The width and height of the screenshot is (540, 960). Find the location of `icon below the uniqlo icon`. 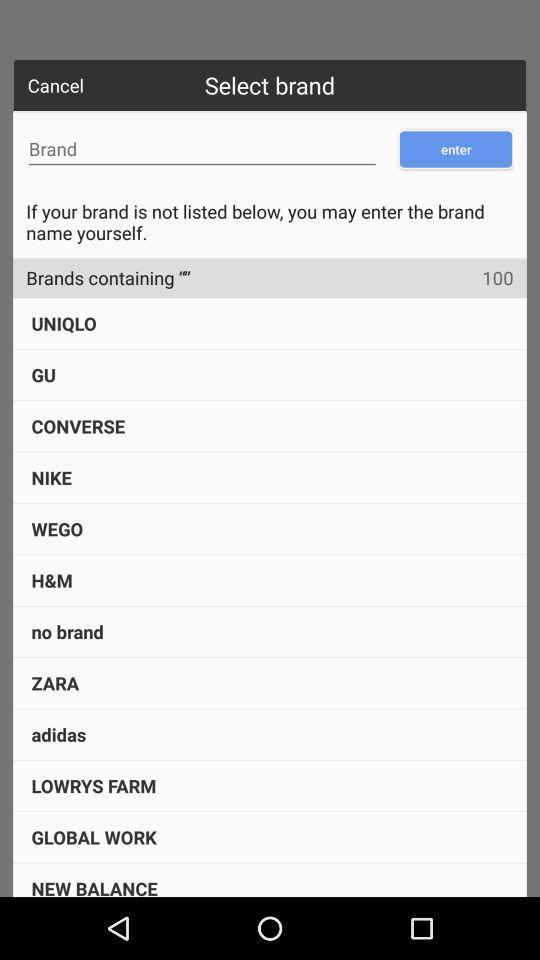

icon below the uniqlo icon is located at coordinates (43, 373).